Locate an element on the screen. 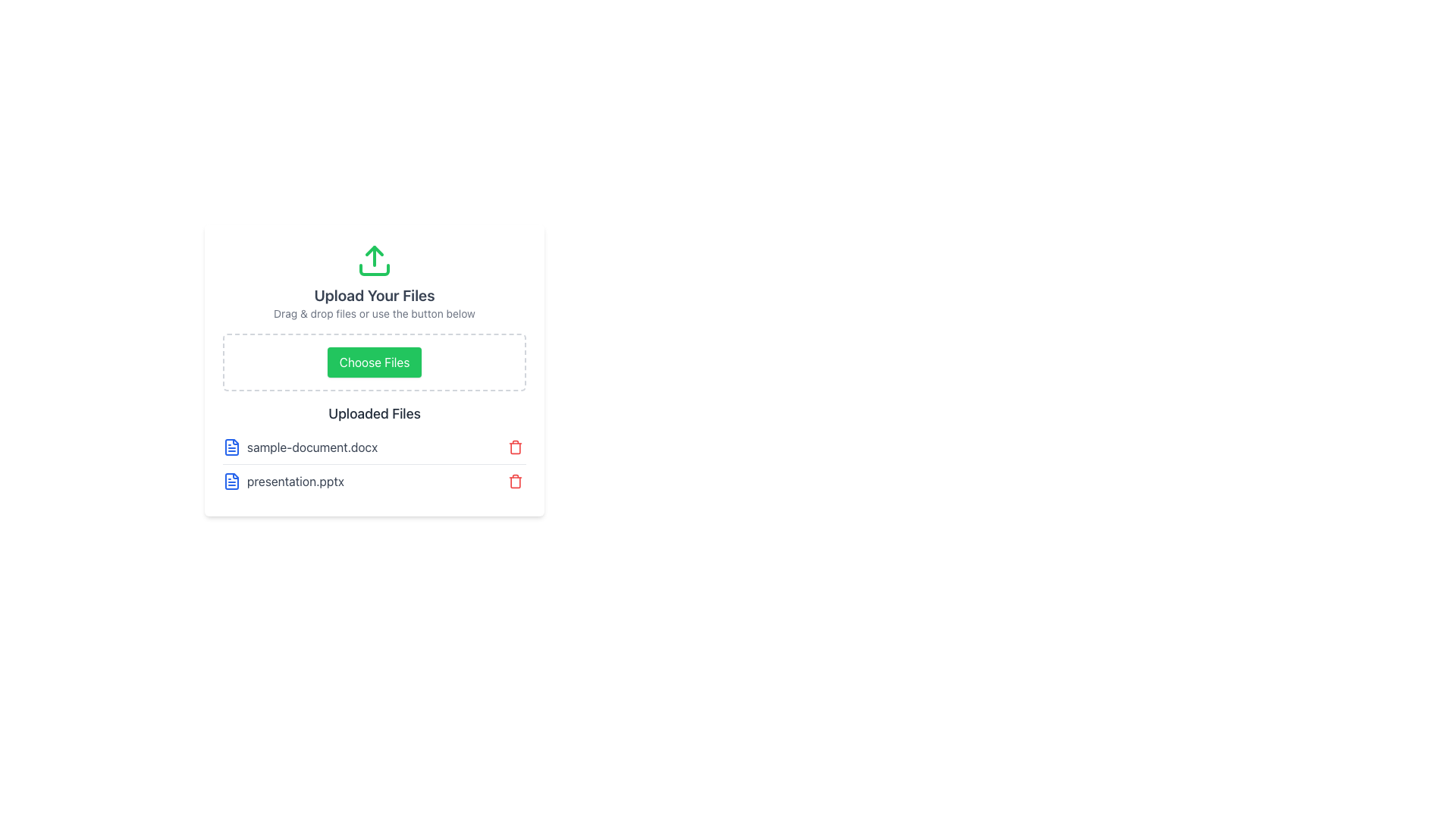 This screenshot has width=1456, height=819. the blue document icon next to the text 'presentation.pptx' is located at coordinates (231, 482).